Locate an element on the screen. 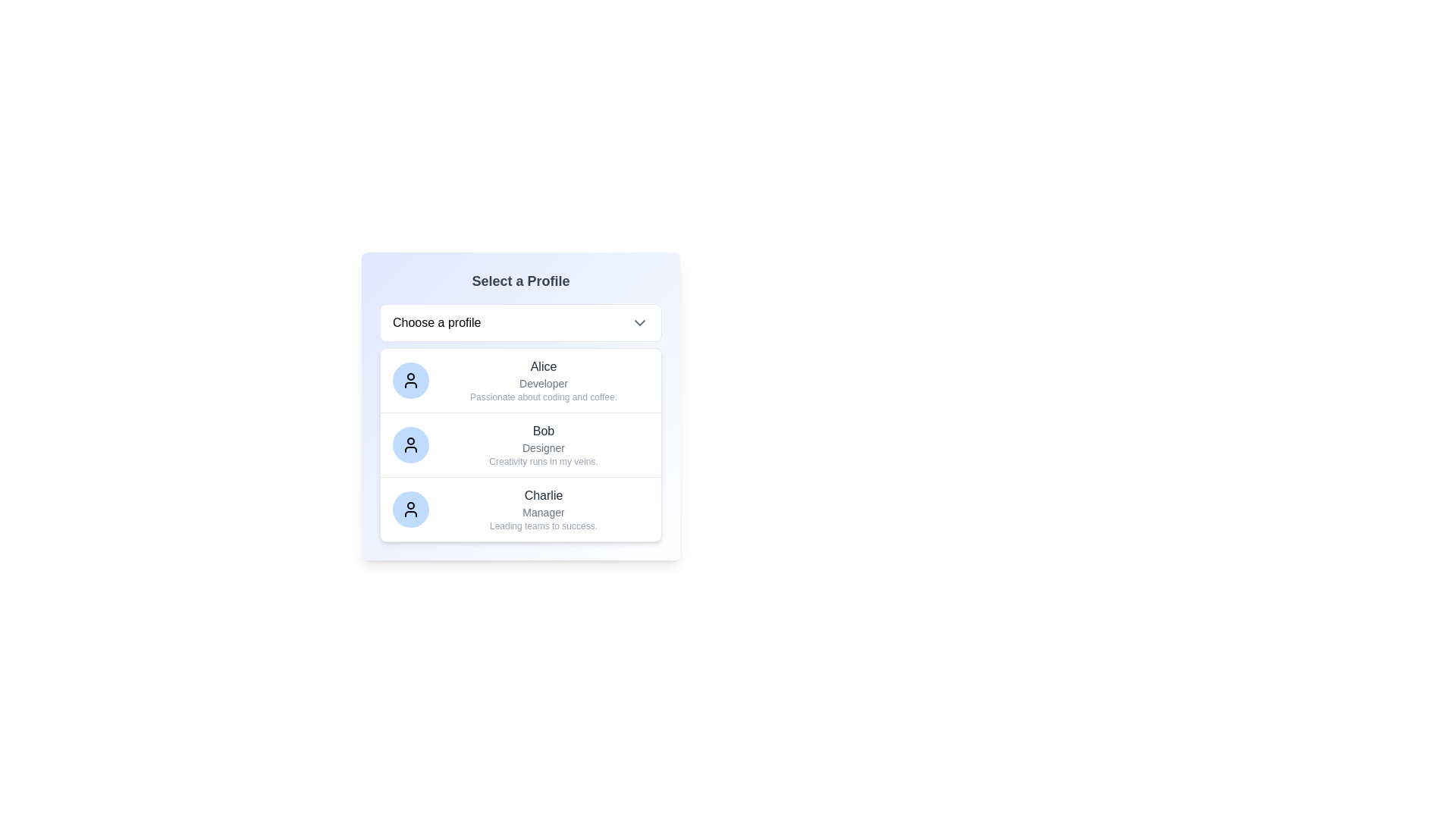 The height and width of the screenshot is (819, 1456). the static Text Label that indicates the purpose of the associated dropdown menu for selecting a profile, located to the left of a chevron down icon is located at coordinates (436, 322).